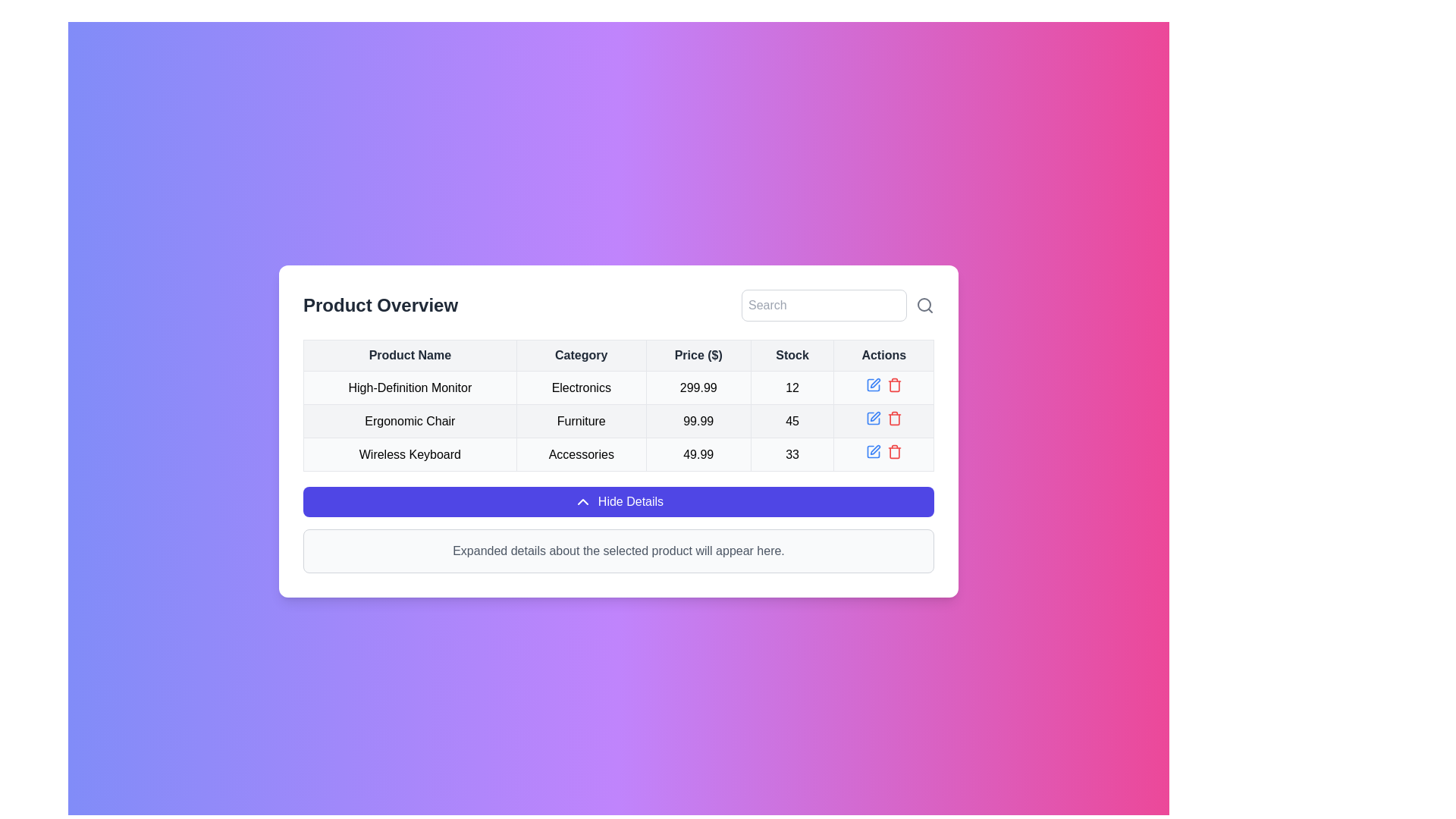 The height and width of the screenshot is (819, 1456). I want to click on text label identifying the product 'High-Definition Monitor' located in the first row of the product list table, so click(409, 387).